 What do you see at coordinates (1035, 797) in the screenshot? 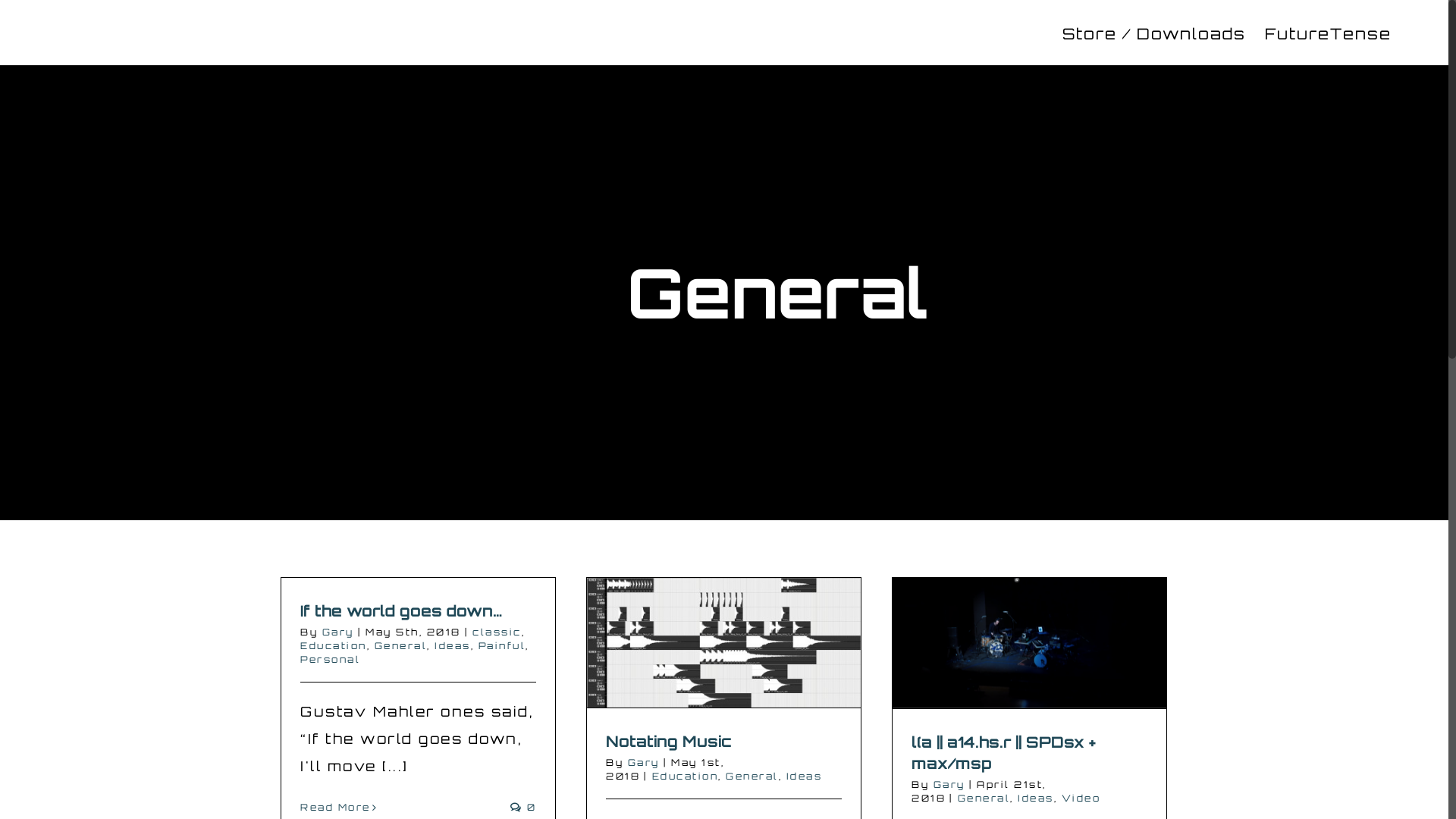
I see `'Ideas'` at bounding box center [1035, 797].